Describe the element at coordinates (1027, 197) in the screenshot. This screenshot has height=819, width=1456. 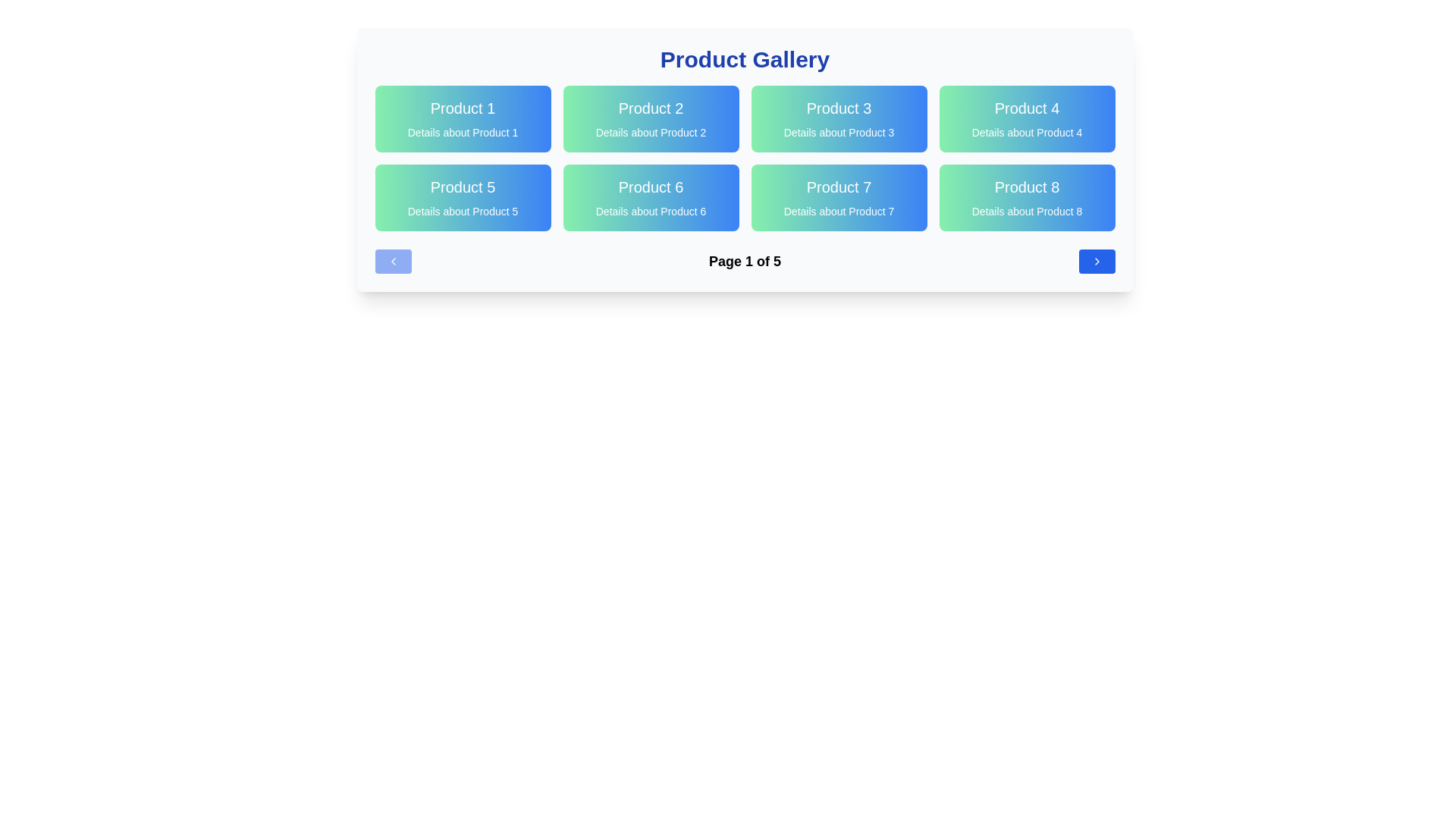
I see `the product card for 'Product 8', located at the bottom-right corner of the grid, which allows users` at that location.